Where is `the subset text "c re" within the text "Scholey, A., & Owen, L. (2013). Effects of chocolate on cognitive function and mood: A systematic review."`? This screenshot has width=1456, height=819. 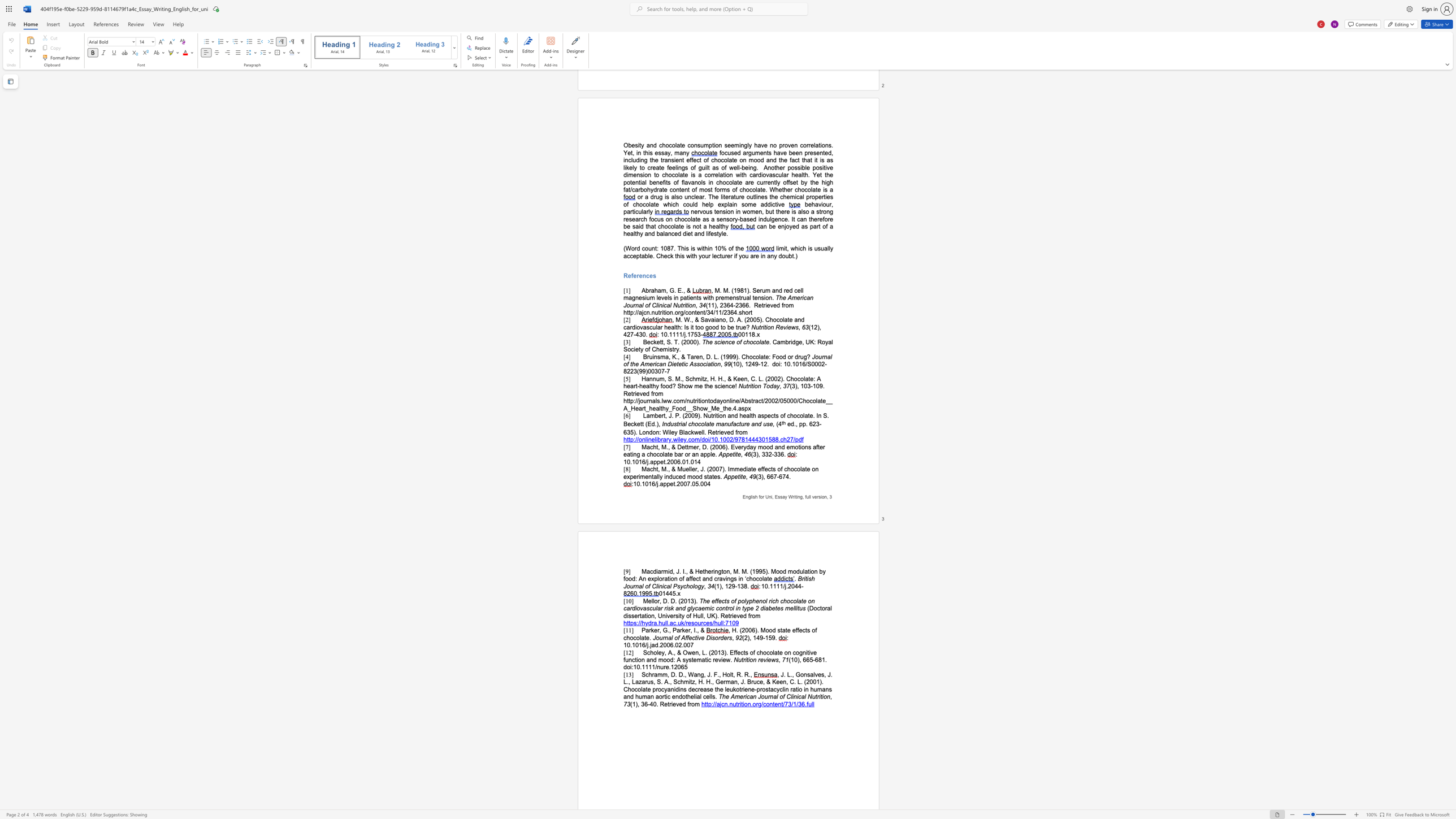 the subset text "c re" within the text "Scholey, A., & Owen, L. (2013). Effects of chocolate on cognitive function and mood: A systematic review." is located at coordinates (708, 660).